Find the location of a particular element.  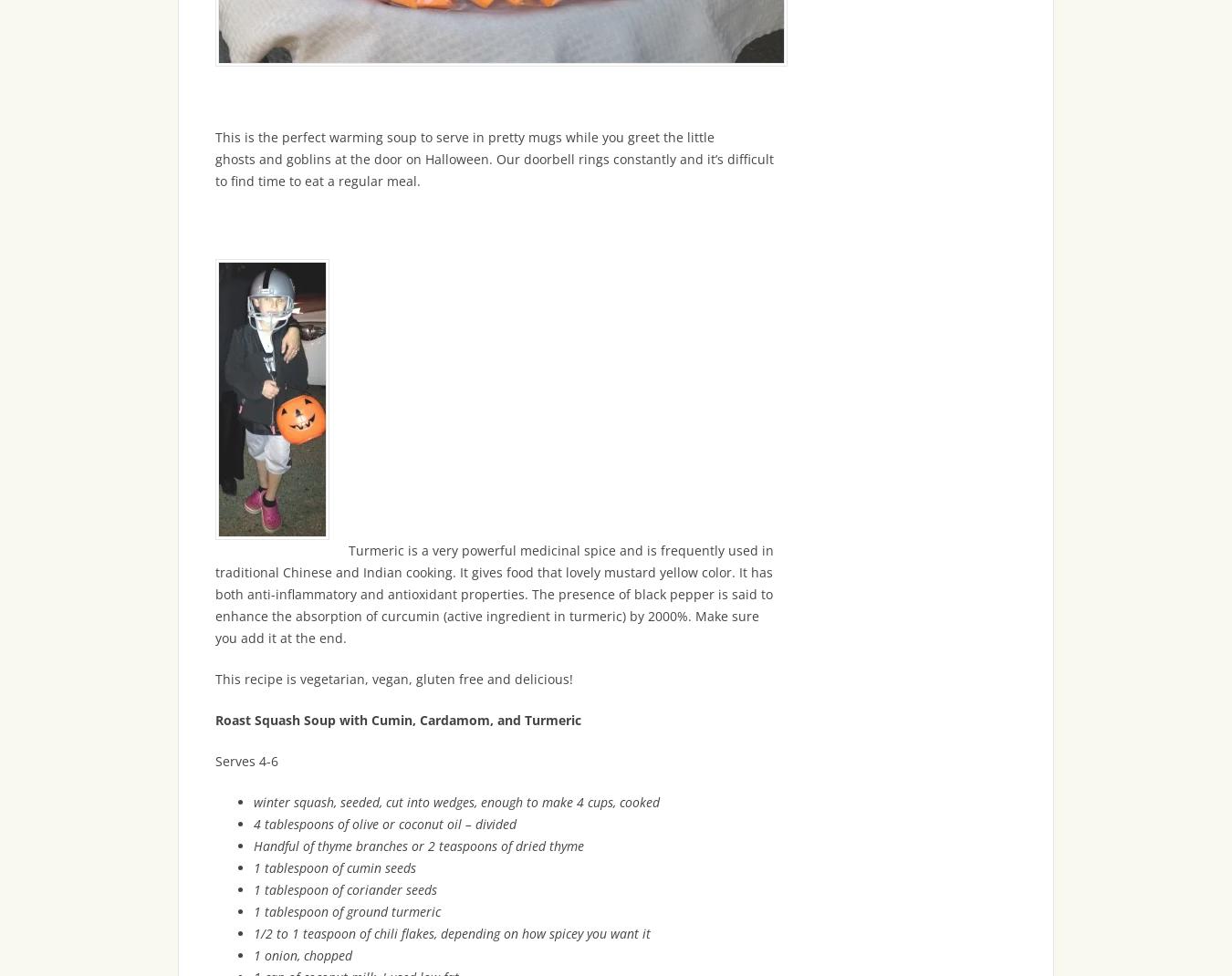

'This recipe is vegetarian, vegan, gluten free and delicious!' is located at coordinates (394, 678).